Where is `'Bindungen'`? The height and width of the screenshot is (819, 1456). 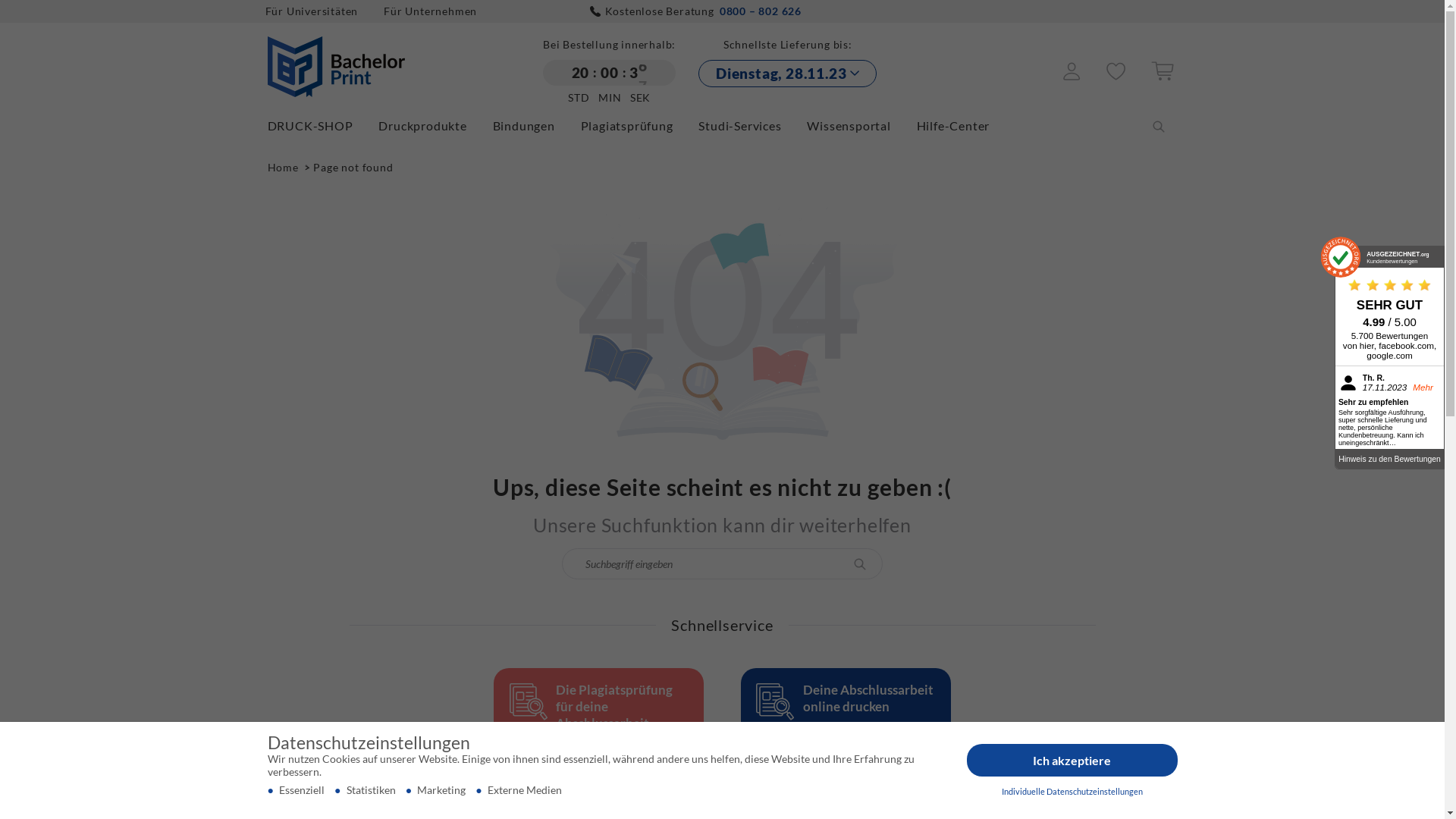 'Bindungen' is located at coordinates (535, 124).